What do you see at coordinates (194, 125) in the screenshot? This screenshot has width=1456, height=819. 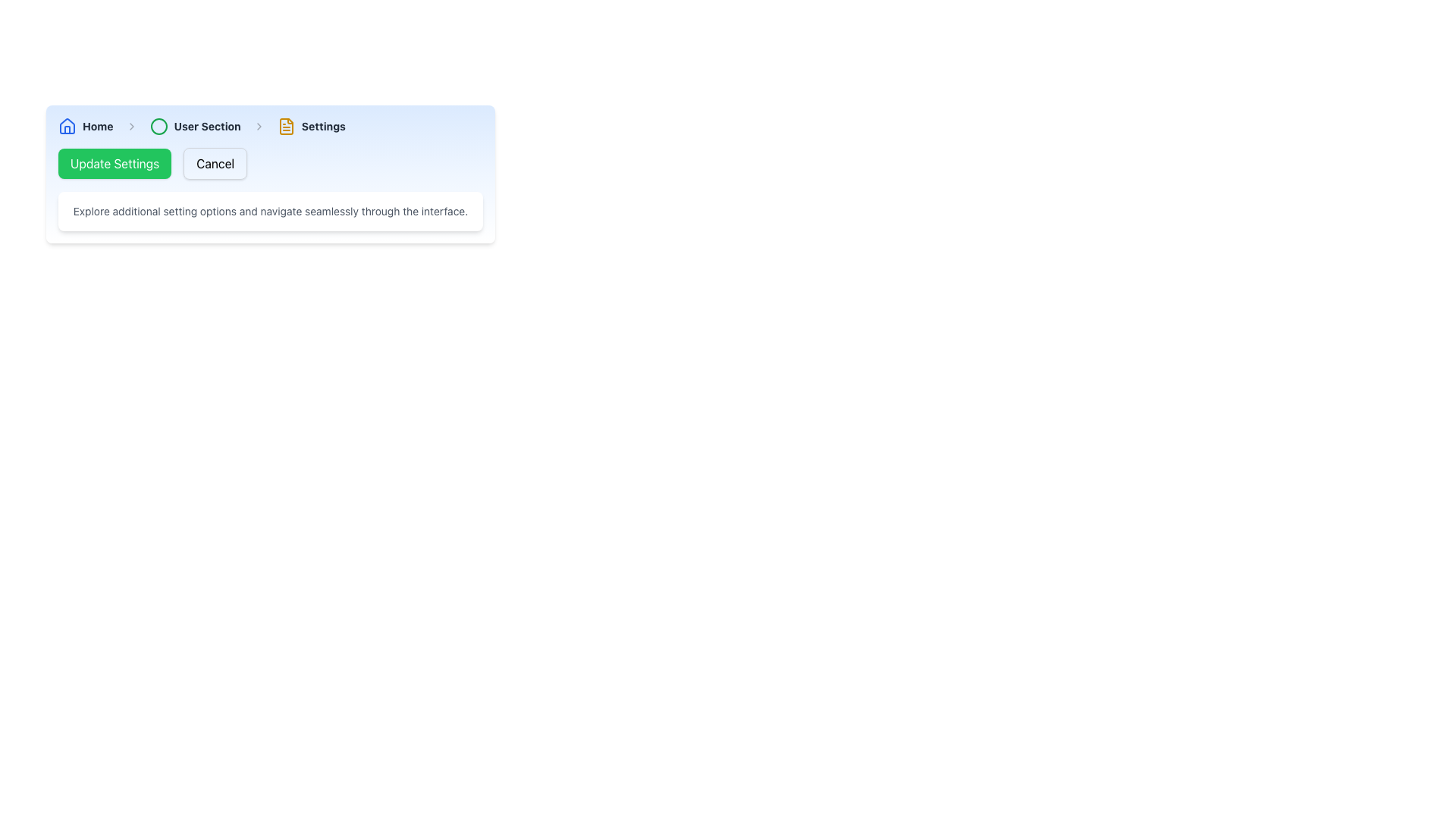 I see `the 'User Section' breadcrumb item, which is a bold dark gray text label with a green outlined circle icon to its left` at bounding box center [194, 125].